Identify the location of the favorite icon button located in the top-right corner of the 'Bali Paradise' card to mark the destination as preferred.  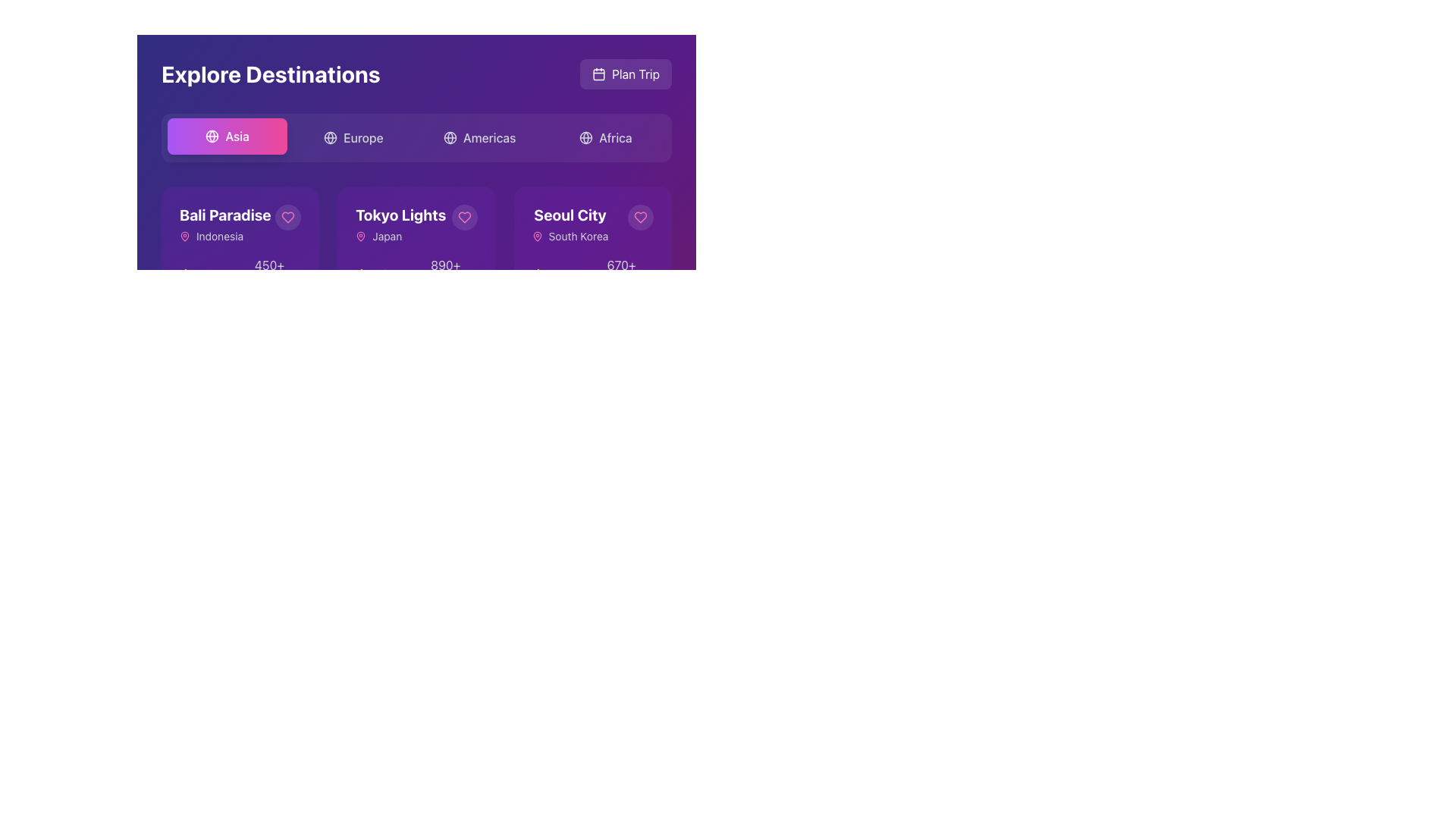
(288, 217).